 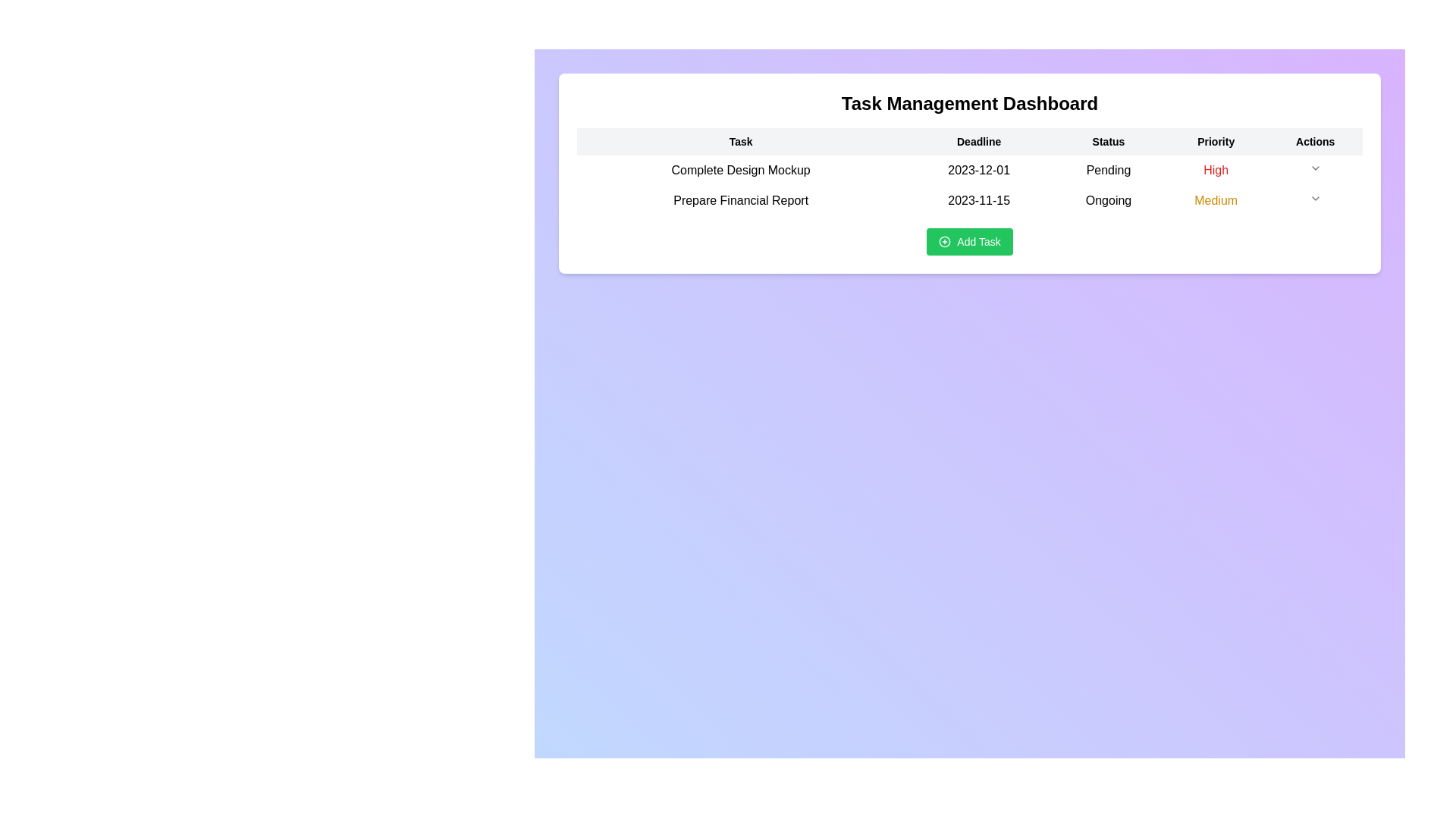 What do you see at coordinates (1109, 170) in the screenshot?
I see `the status indicator text label displaying 'Pending' in the third column of the task table` at bounding box center [1109, 170].